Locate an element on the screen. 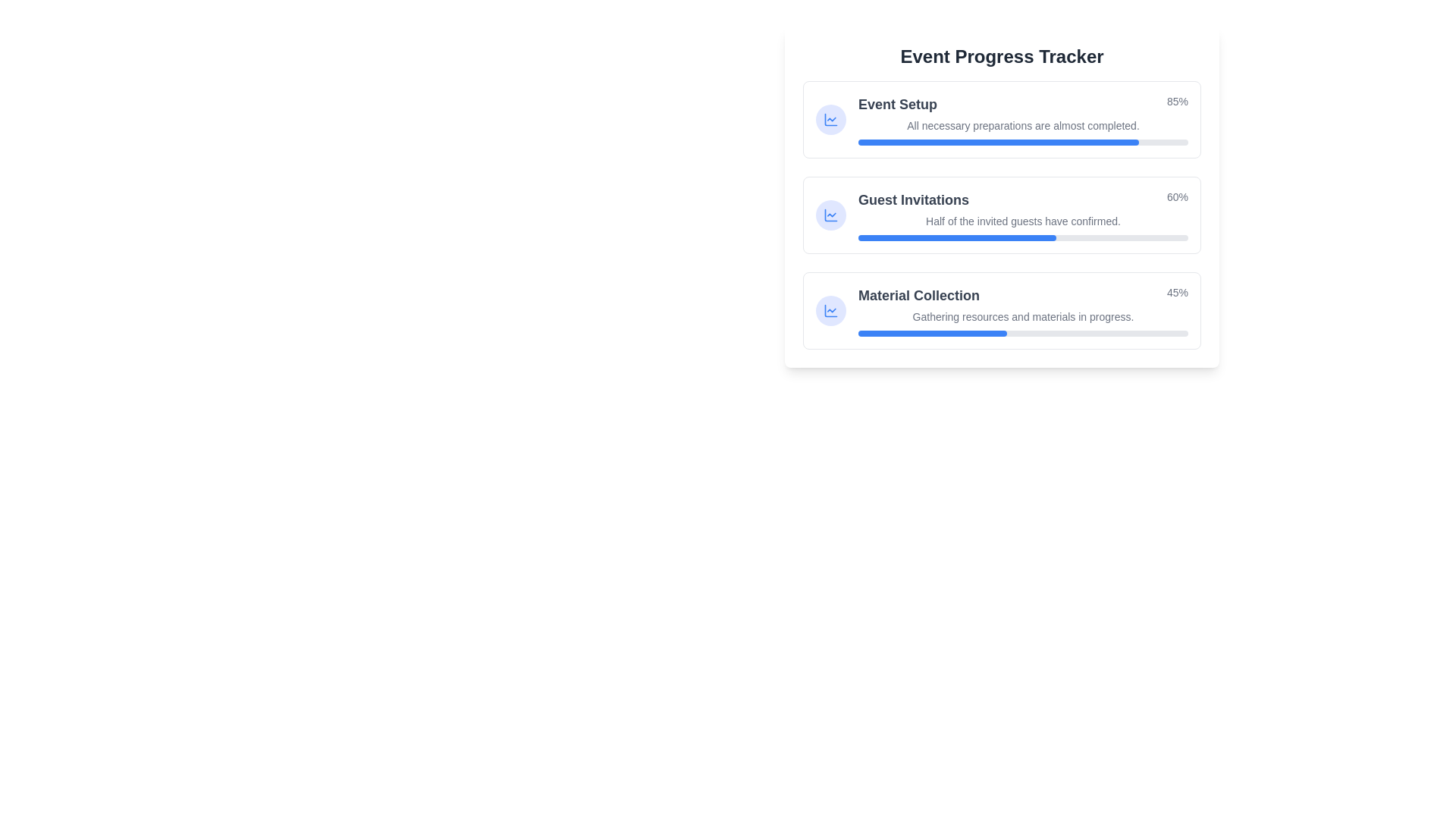  displayed information from the Information widget titled 'Guest Invitations', which shows a progress of 60% and a confirmation message is located at coordinates (1002, 215).